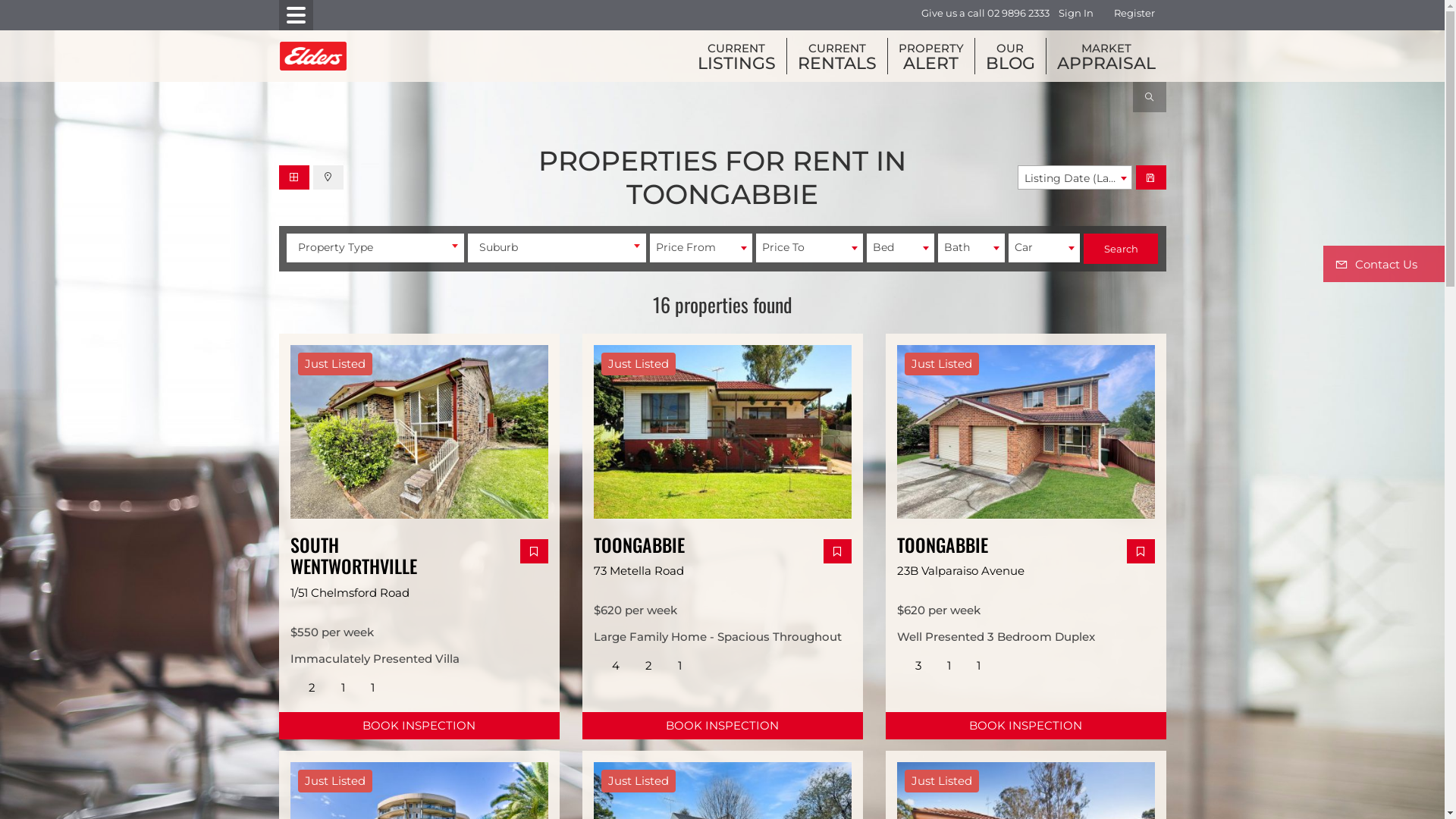 This screenshot has height=819, width=1456. Describe the element at coordinates (312, 177) in the screenshot. I see `'Map View'` at that location.